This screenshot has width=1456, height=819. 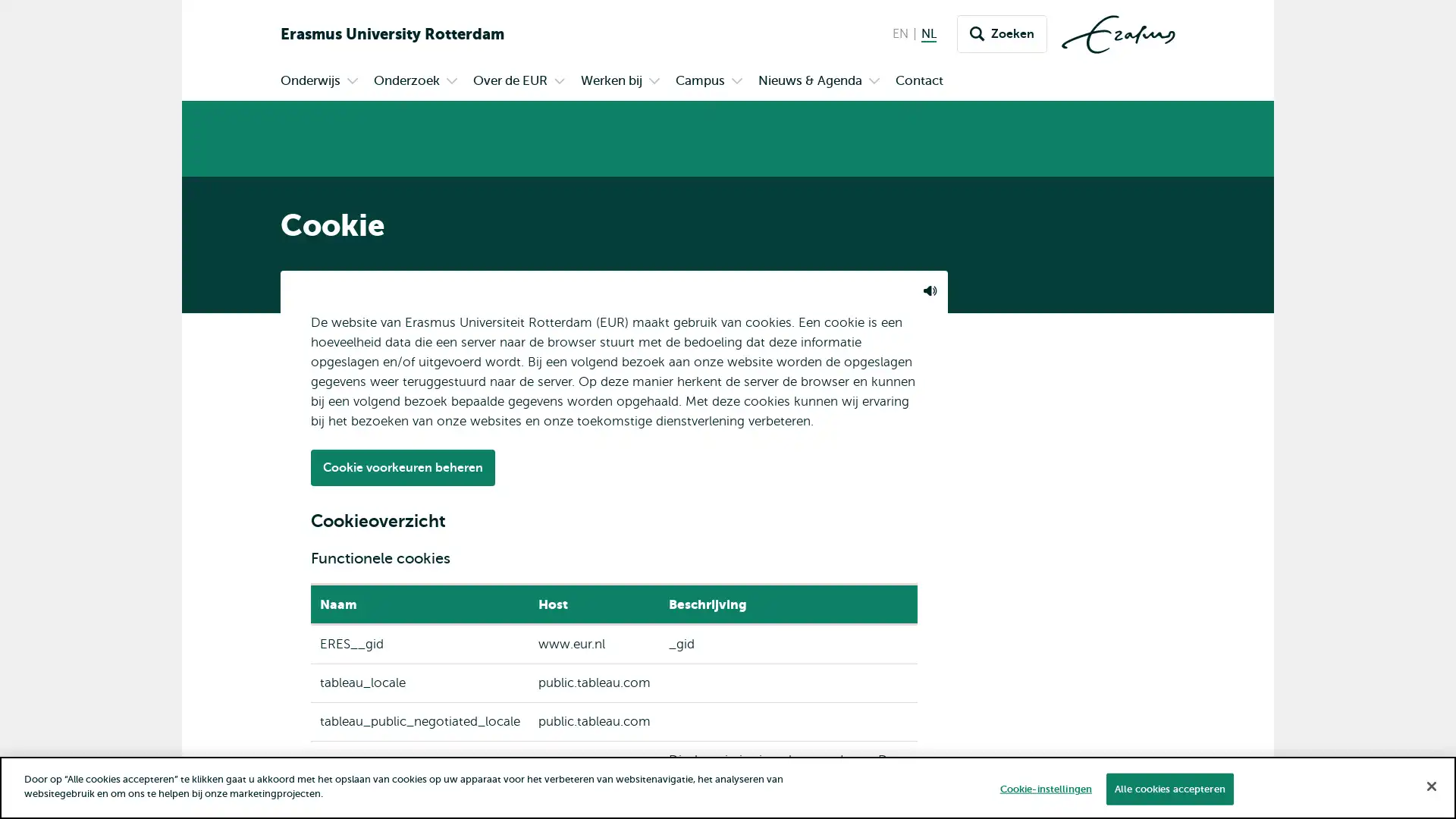 I want to click on Cookie-instellingen, so click(x=1044, y=788).